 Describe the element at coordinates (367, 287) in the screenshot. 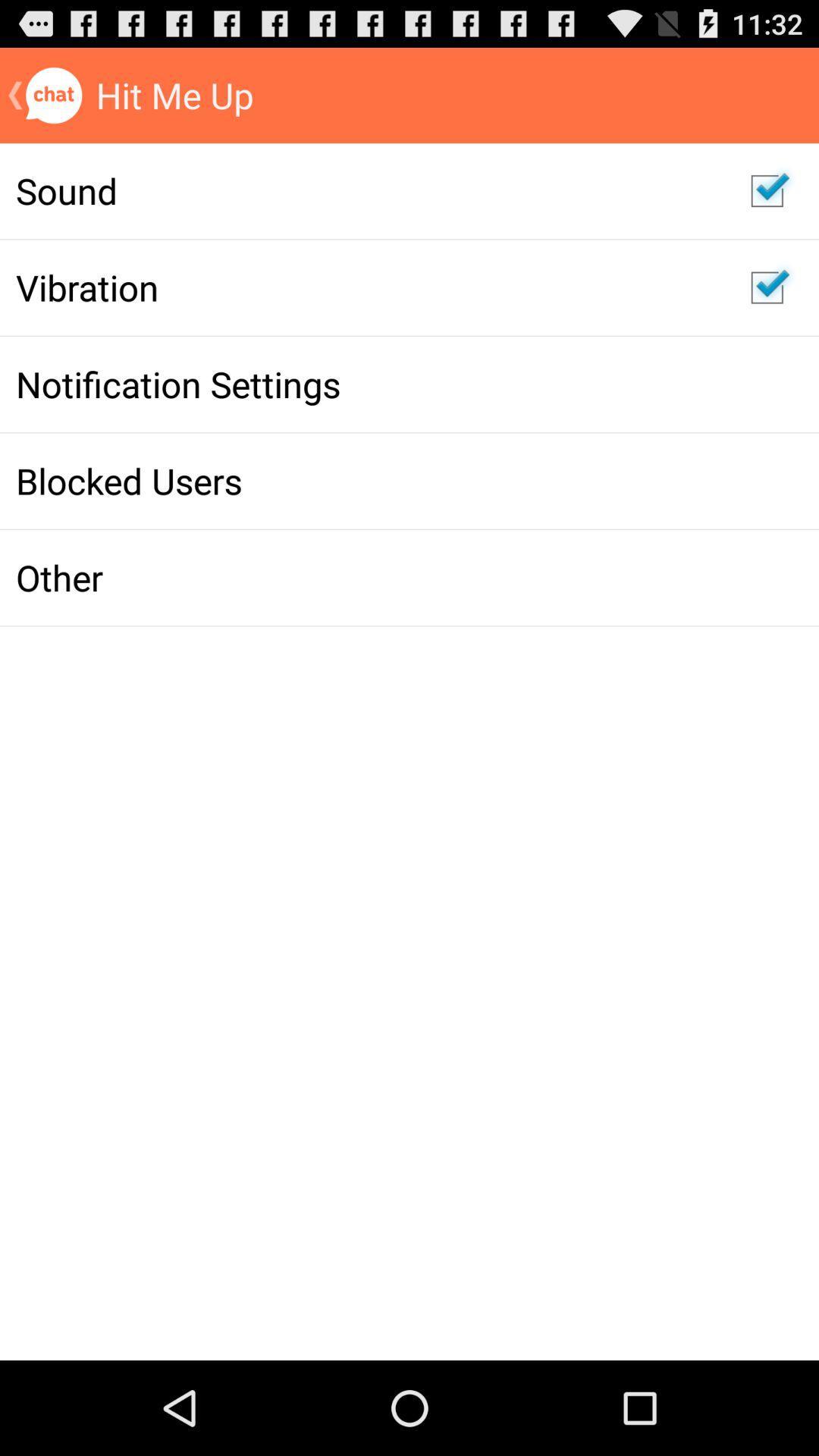

I see `vibration icon` at that location.